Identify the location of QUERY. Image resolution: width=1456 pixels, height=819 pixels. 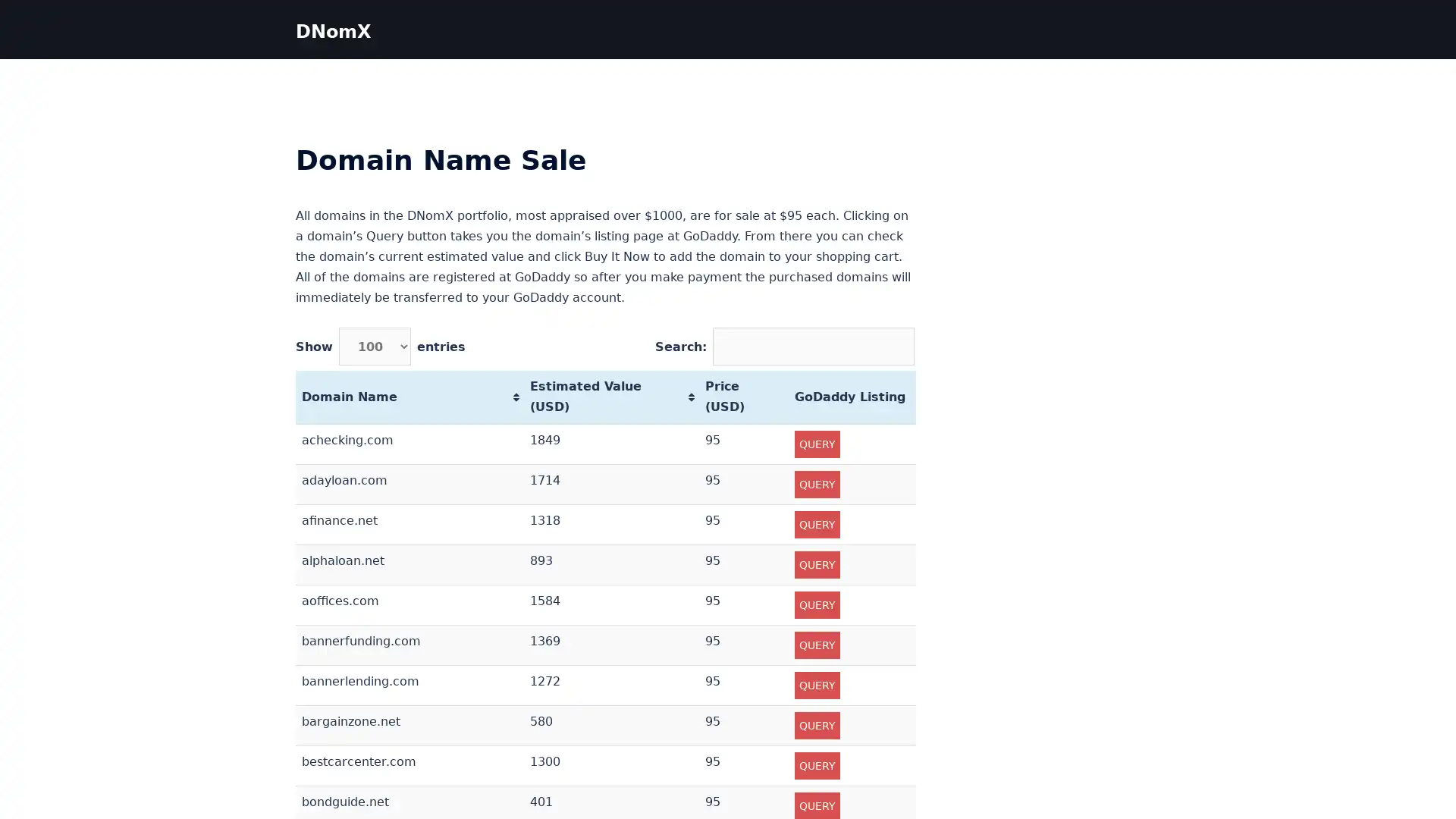
(815, 485).